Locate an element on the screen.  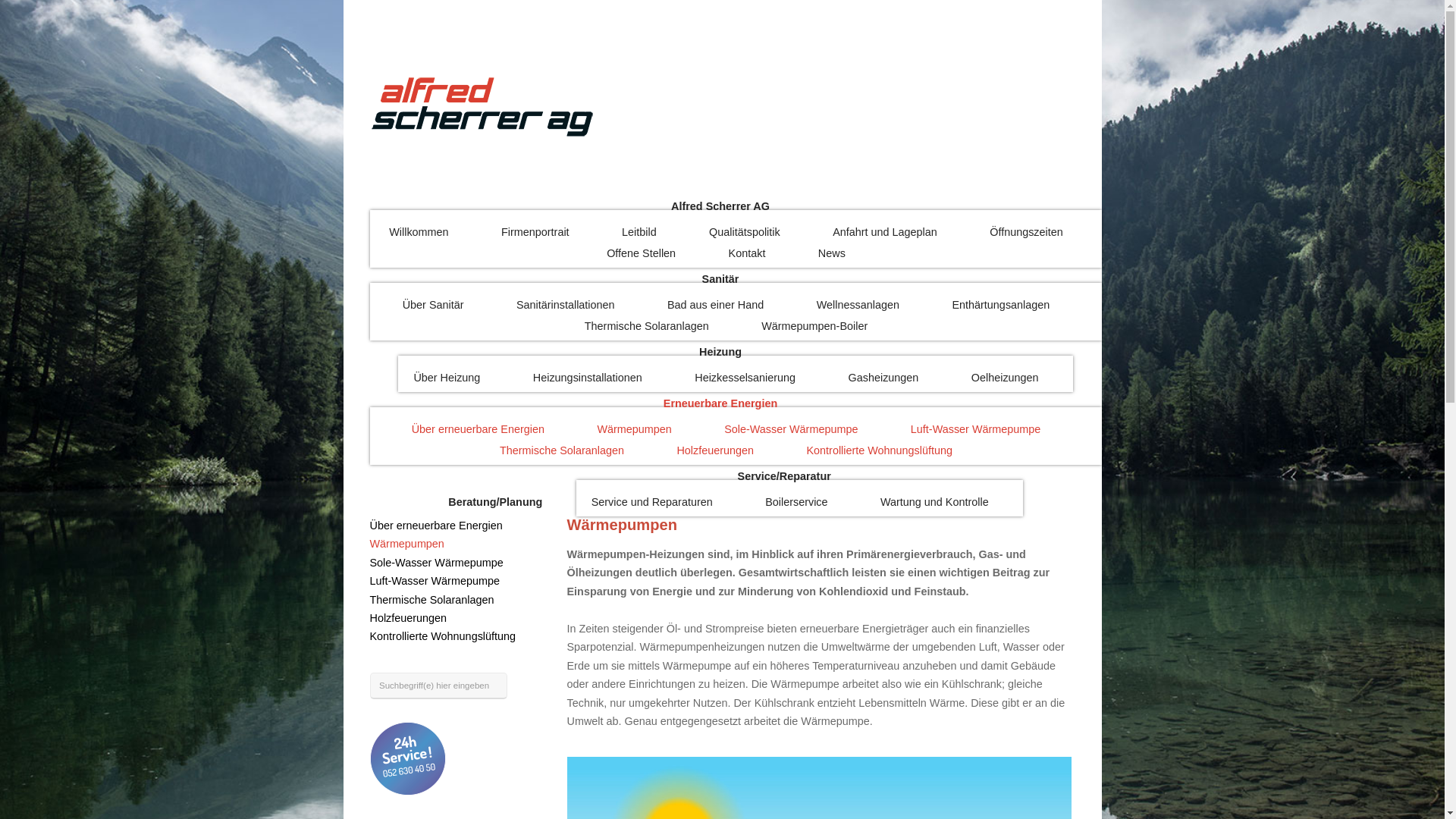
'Boilerservice' is located at coordinates (795, 506).